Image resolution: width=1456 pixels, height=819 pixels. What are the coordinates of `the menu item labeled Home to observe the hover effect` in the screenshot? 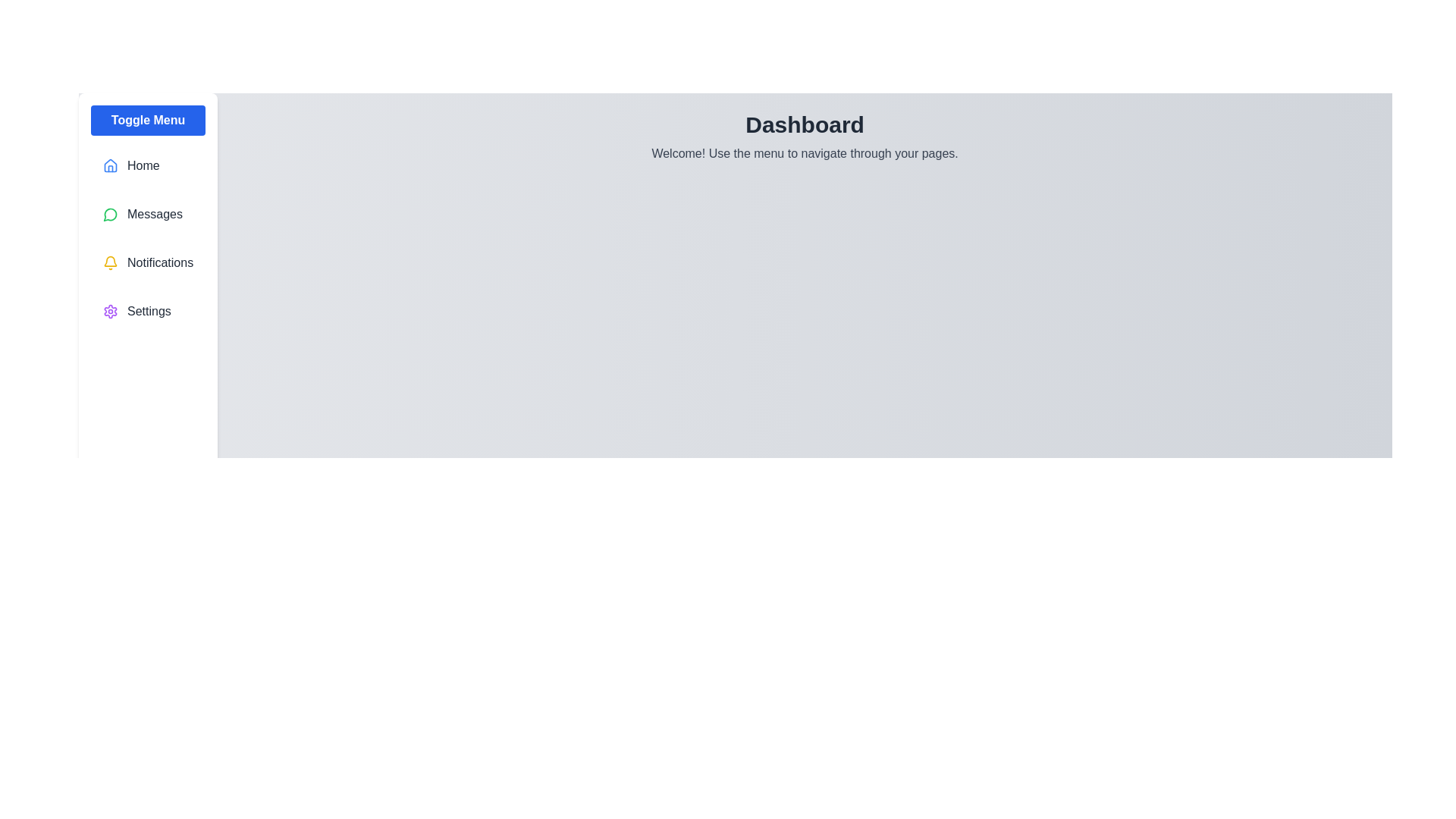 It's located at (148, 166).